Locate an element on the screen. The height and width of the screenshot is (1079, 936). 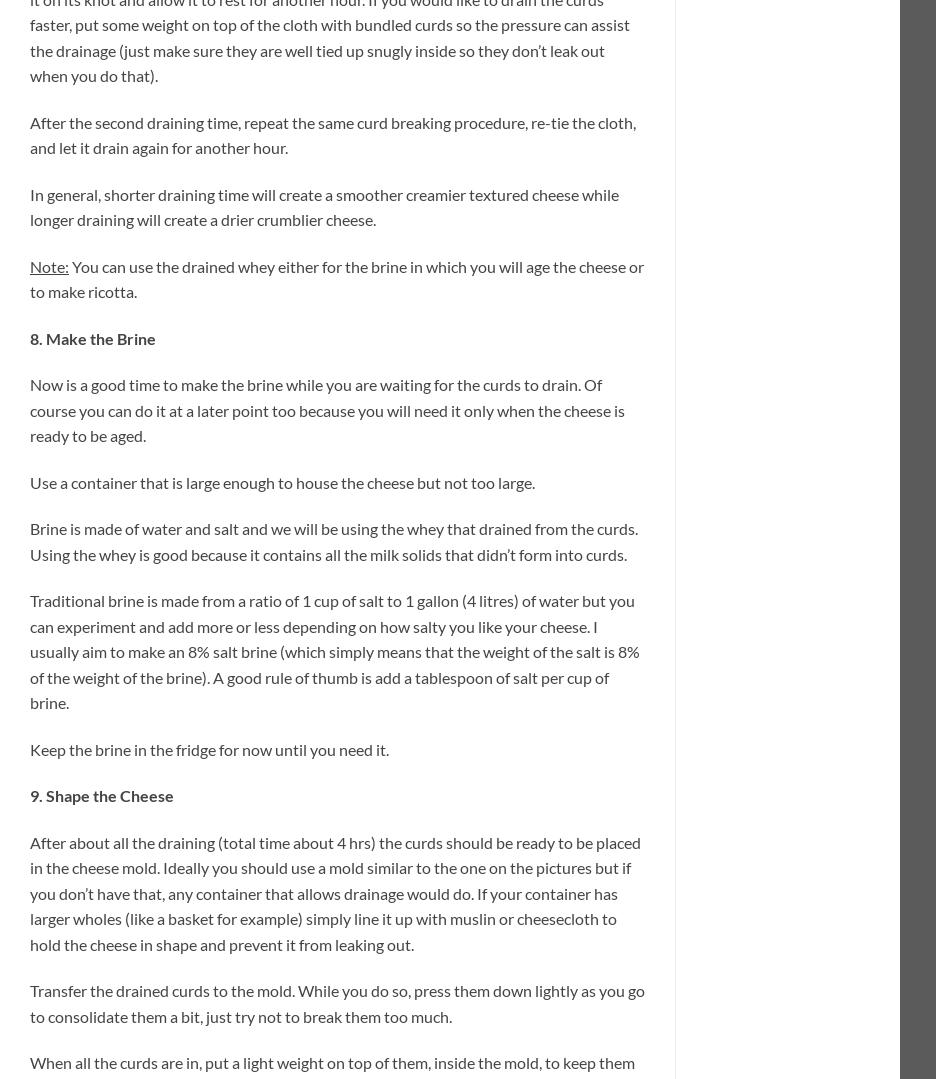
'9. Shape the Cheese' is located at coordinates (29, 794).